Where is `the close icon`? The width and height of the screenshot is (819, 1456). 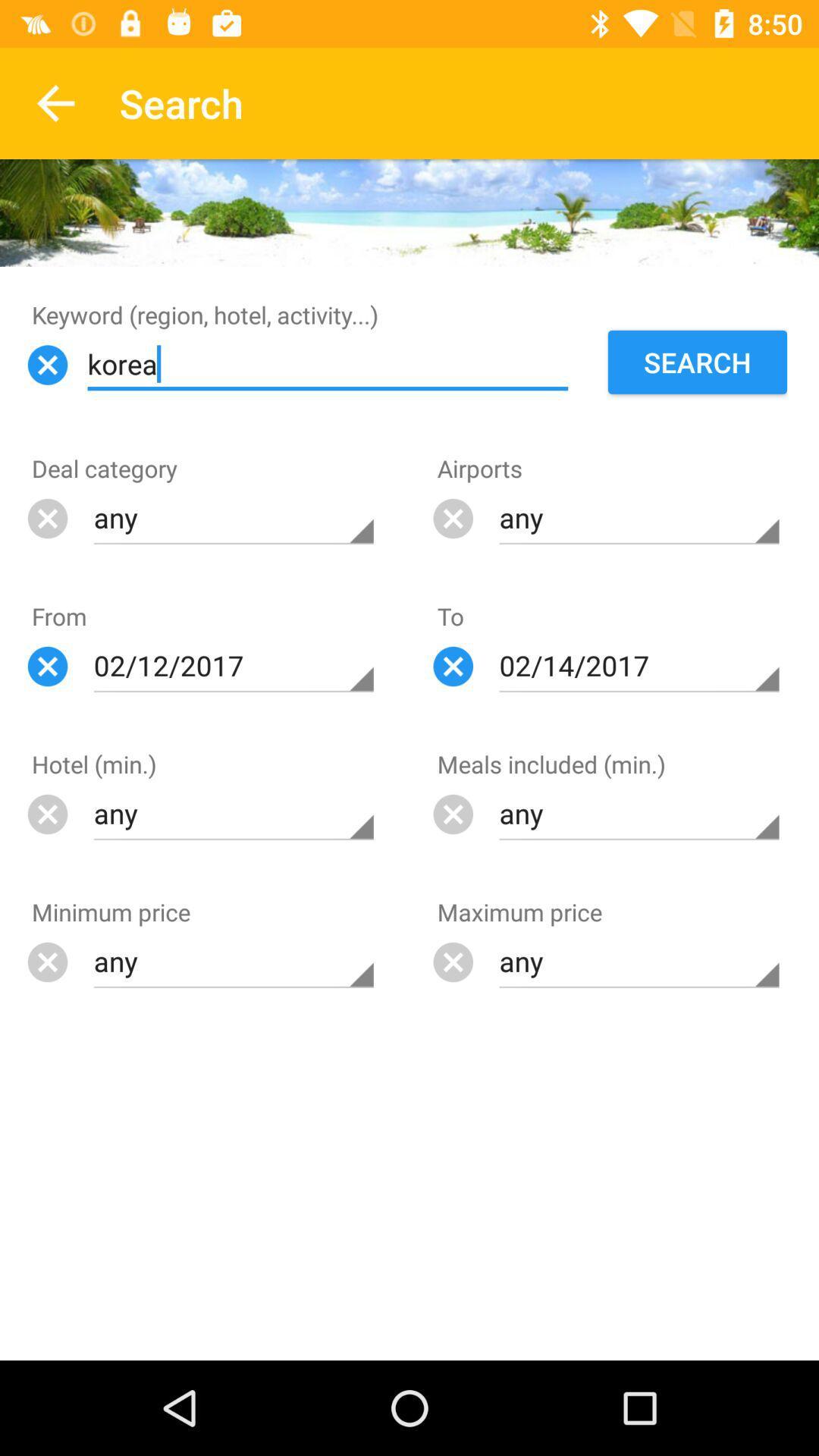 the close icon is located at coordinates (452, 814).